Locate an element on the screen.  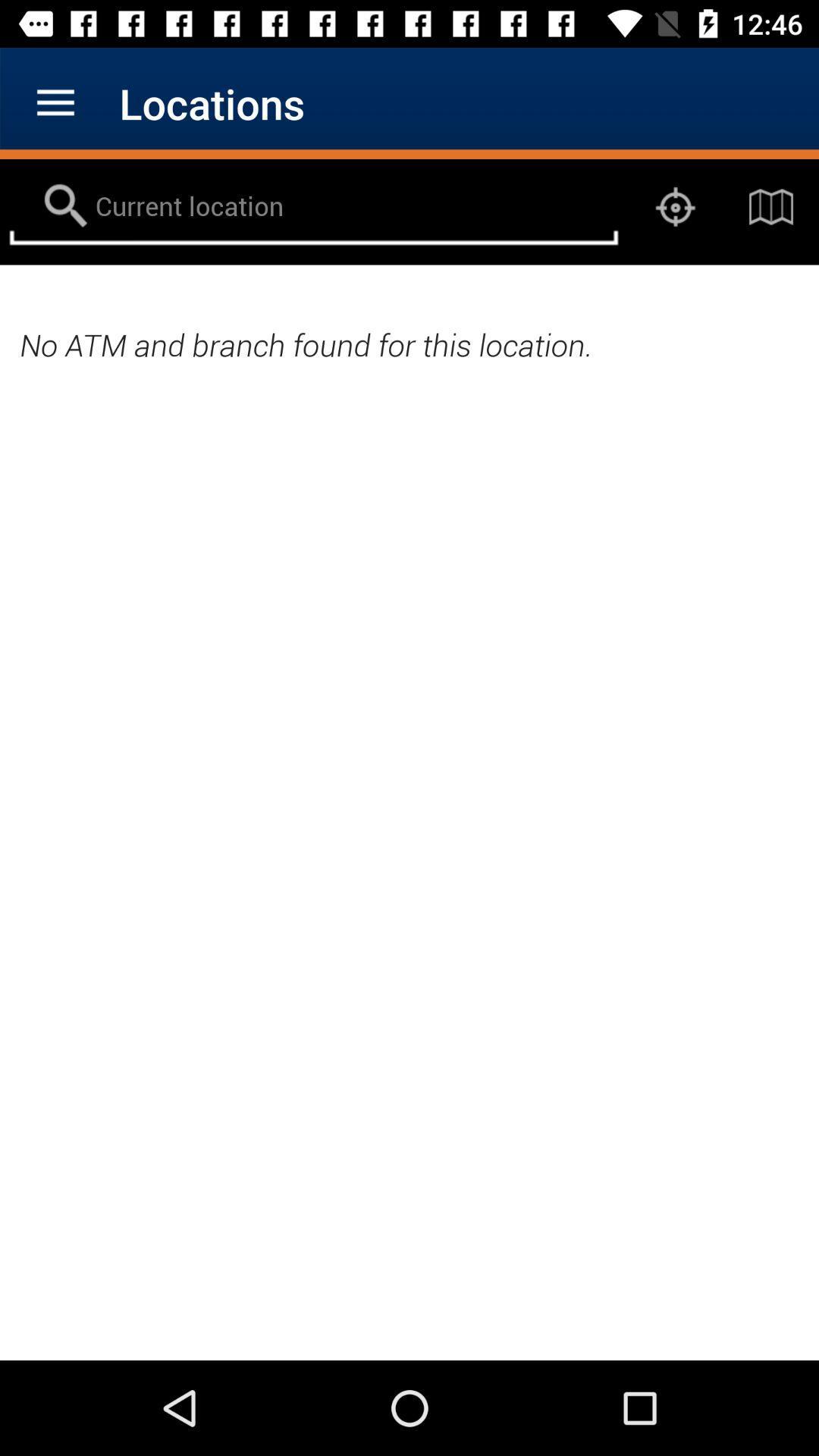
type in your location is located at coordinates (312, 206).